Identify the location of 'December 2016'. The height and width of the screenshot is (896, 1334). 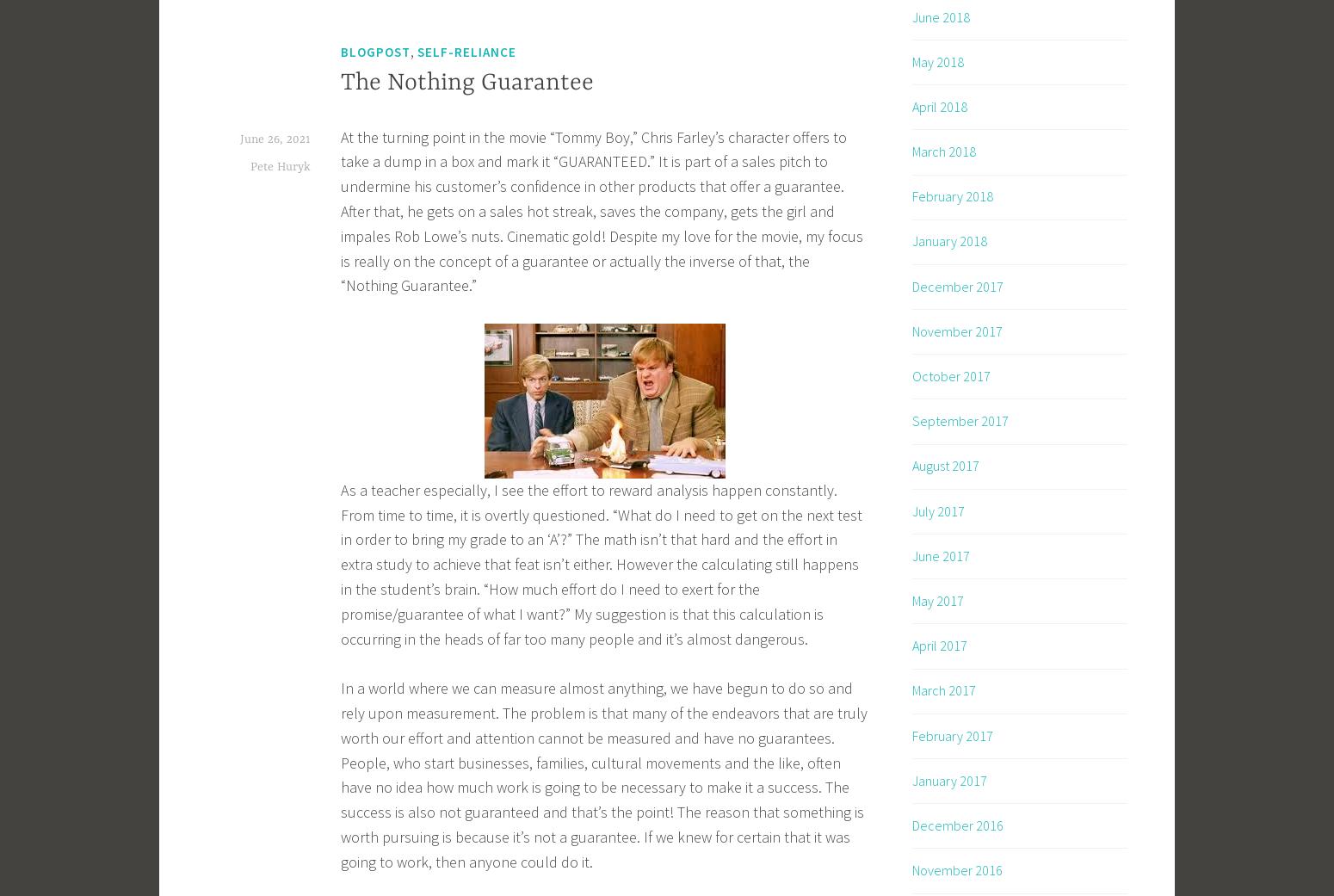
(957, 825).